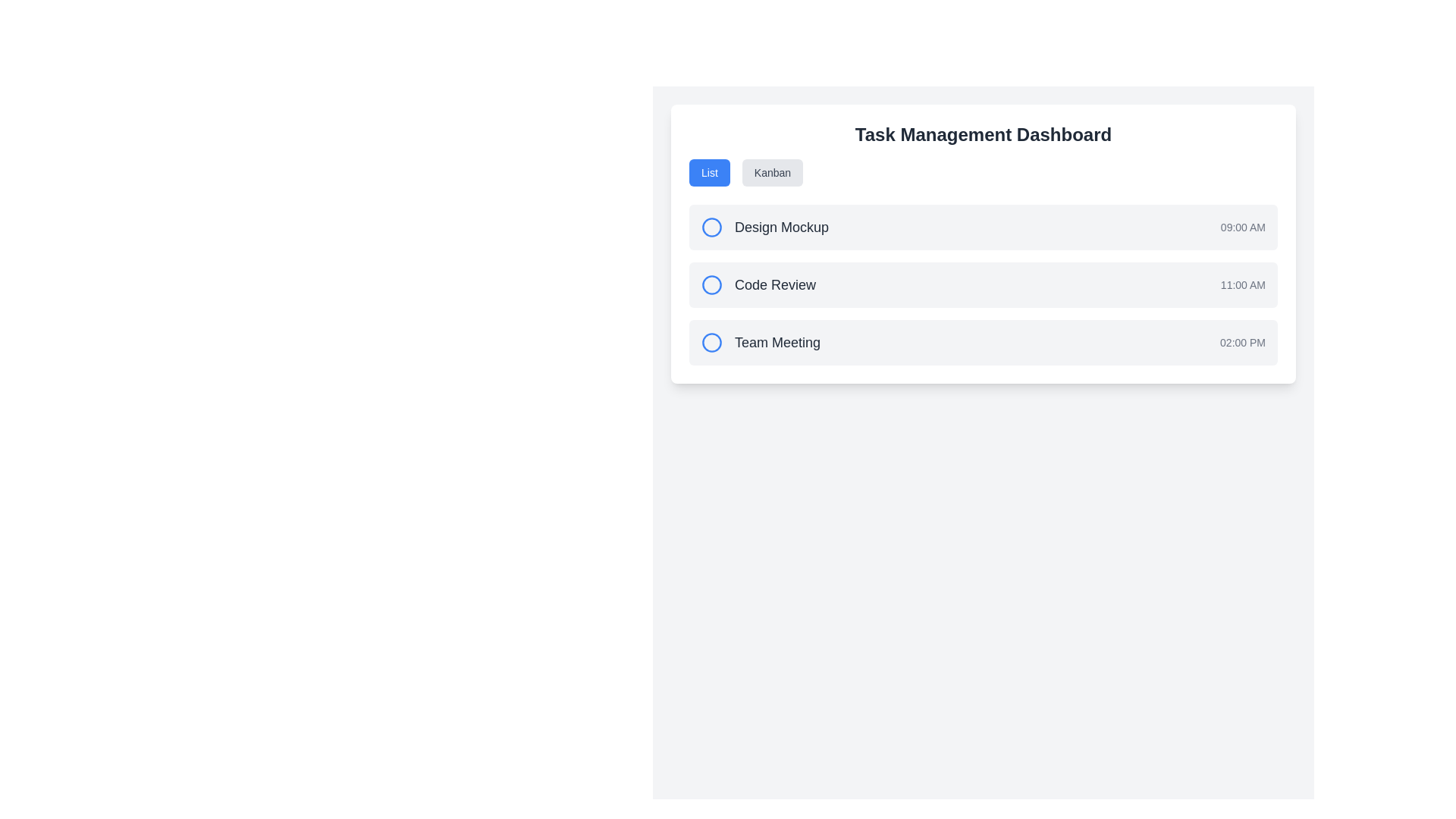 The image size is (1456, 819). Describe the element at coordinates (711, 342) in the screenshot. I see `the Circle Indicator located to the left of the 'Team Meeting' entry, which serves as a status marker` at that location.